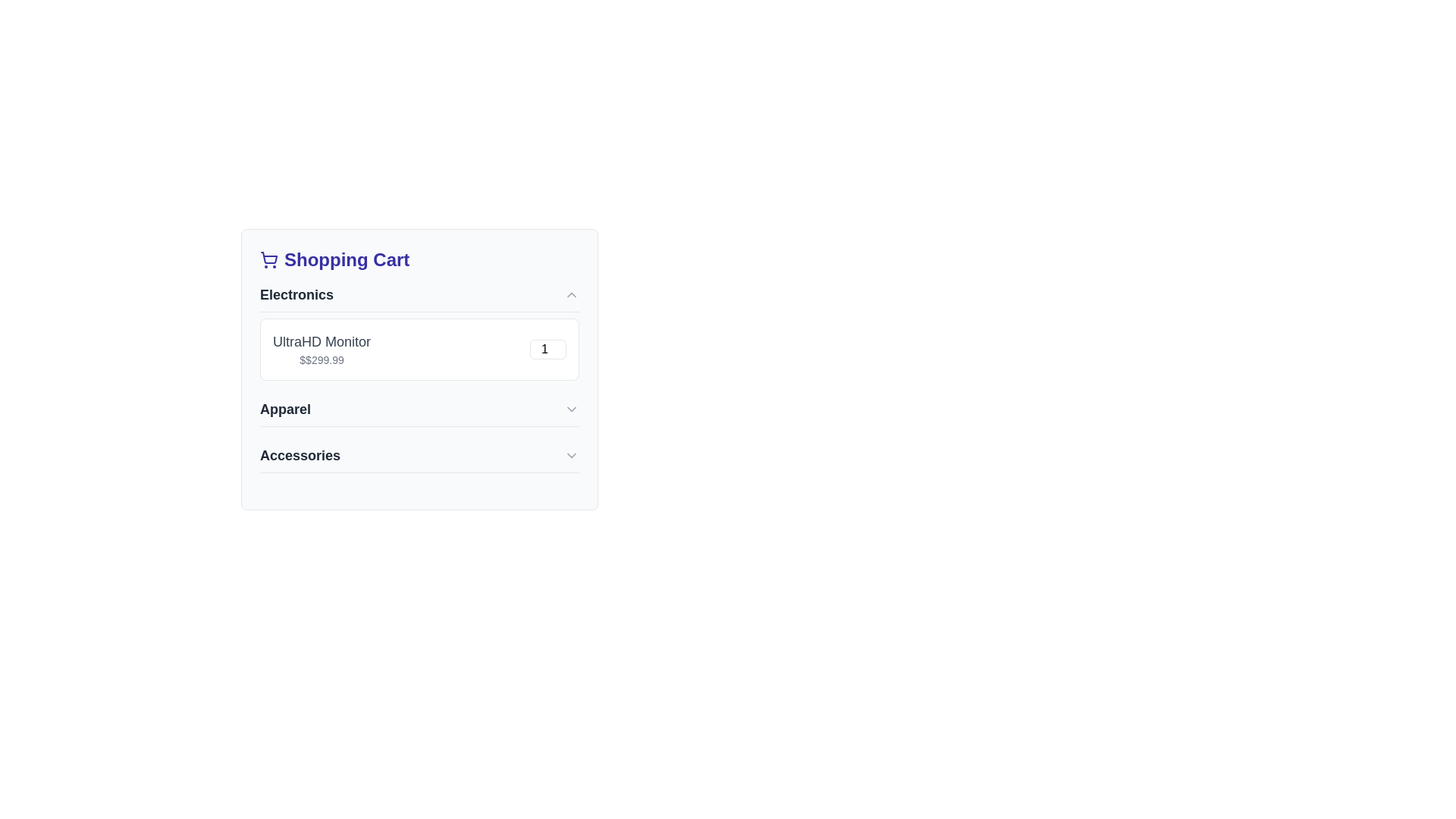 The height and width of the screenshot is (819, 1456). I want to click on the shopping cart icon, which is a minimalistic design located to the left of the 'Shopping Cart' text, so click(269, 259).